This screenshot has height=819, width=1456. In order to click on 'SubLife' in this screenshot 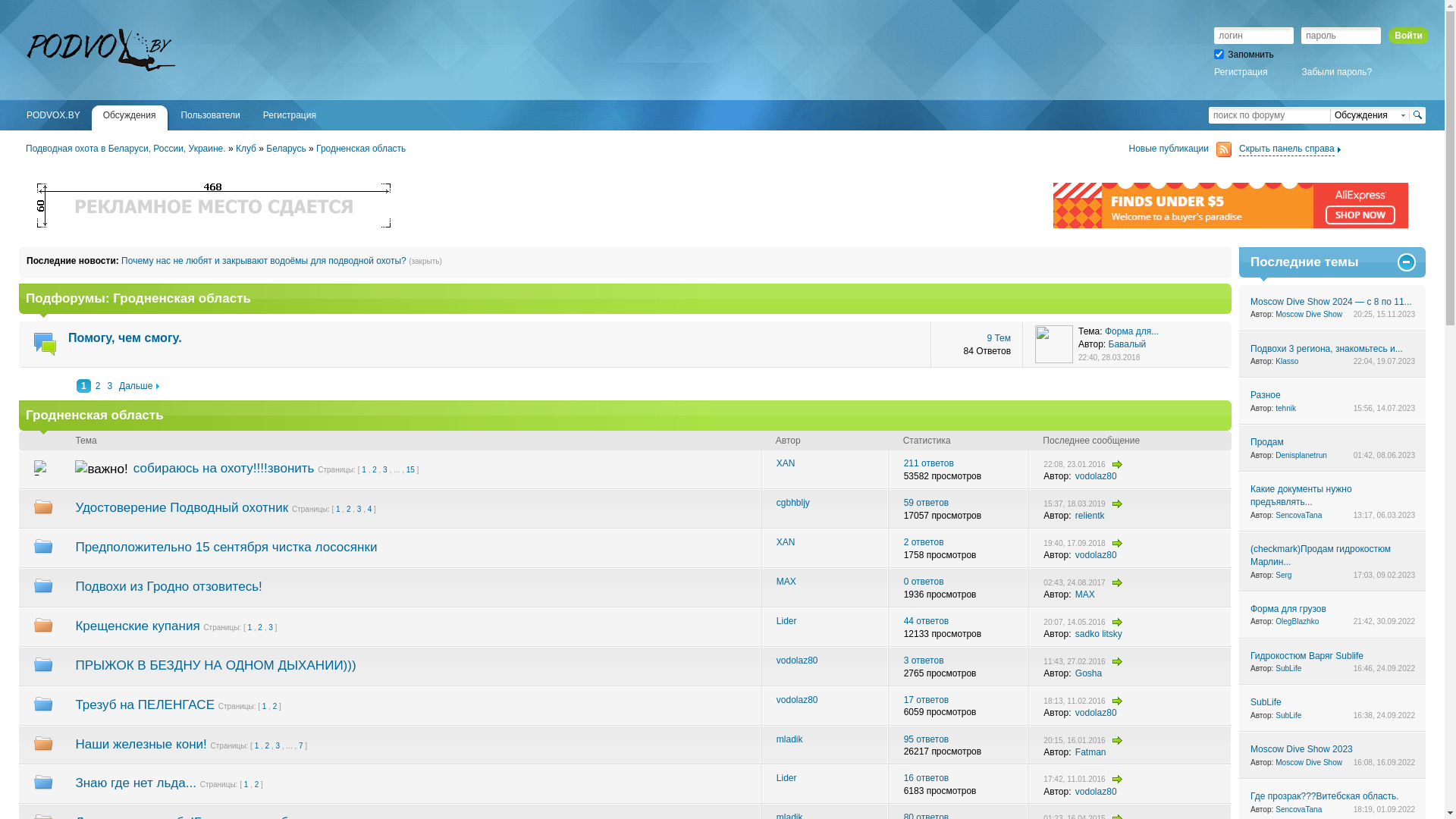, I will do `click(1274, 715)`.